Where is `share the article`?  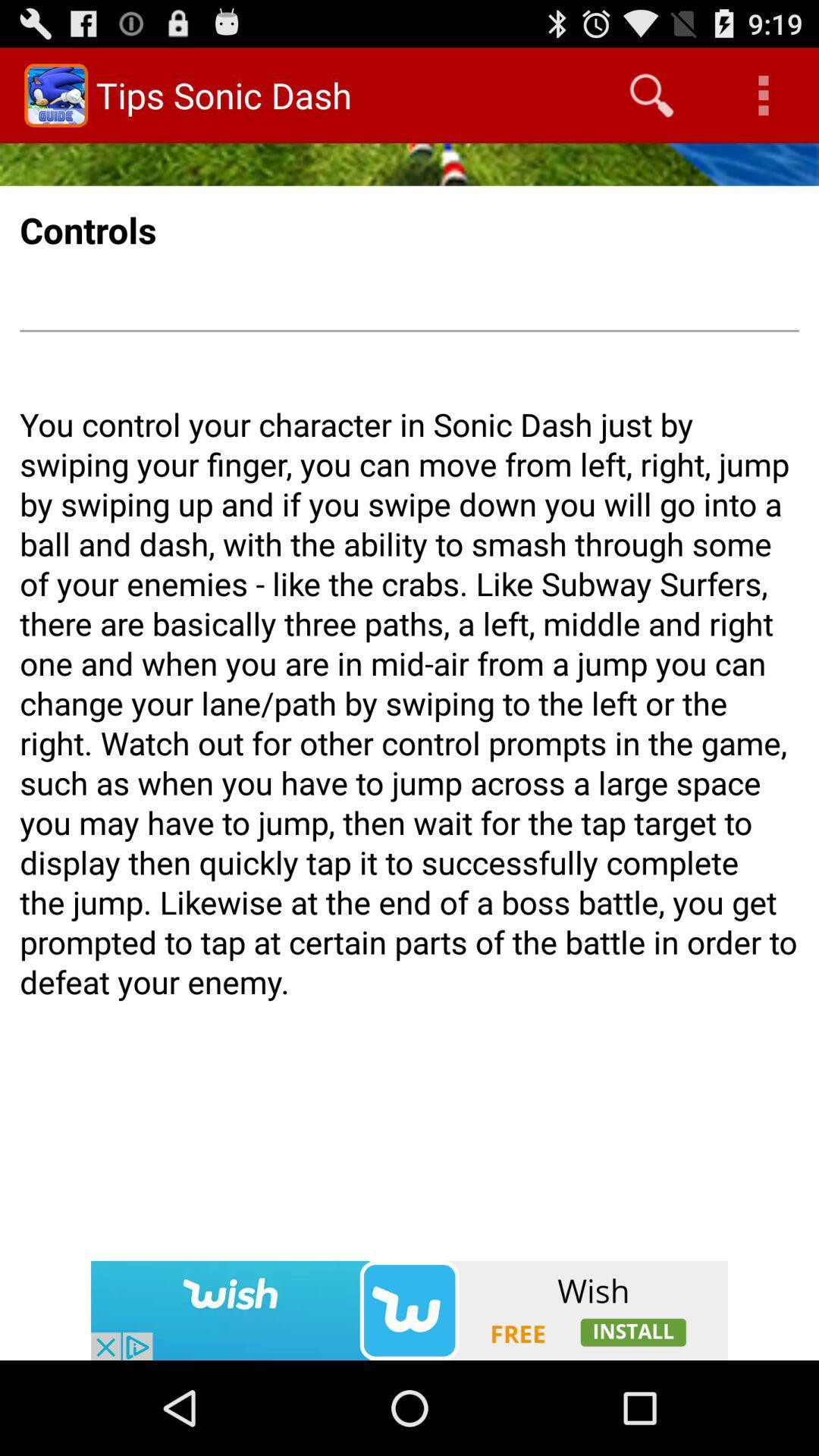 share the article is located at coordinates (409, 1310).